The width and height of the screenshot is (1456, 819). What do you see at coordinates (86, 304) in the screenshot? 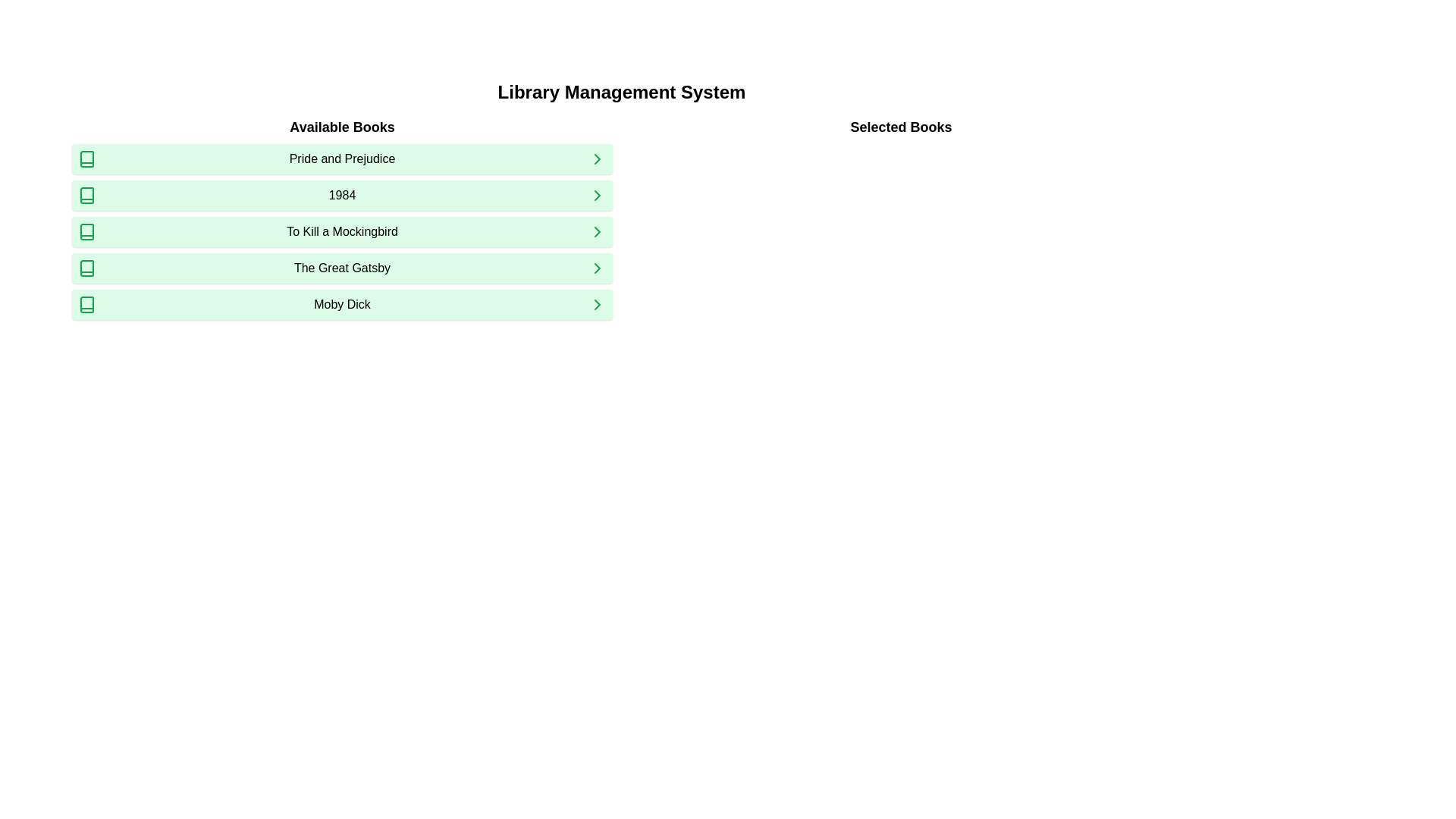
I see `the stylized green book icon located in the 'Available Books' section next to the 'Moby Dick' label` at bounding box center [86, 304].